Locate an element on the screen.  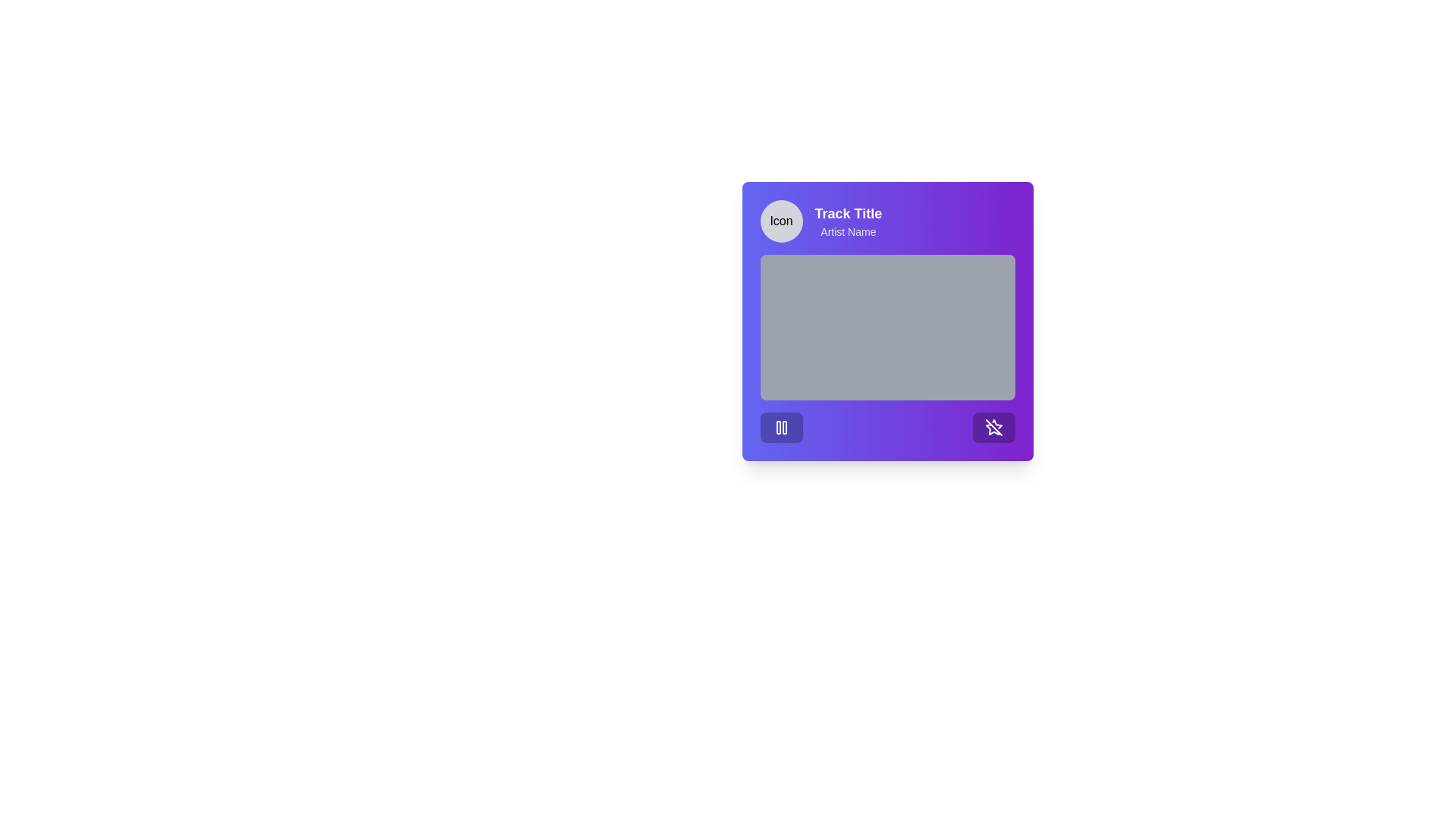
the 'Artist Name' text label, which displays the name of the artist associated with the track and is located directly below the 'Track Title' within a rectangular card layout is located at coordinates (847, 231).